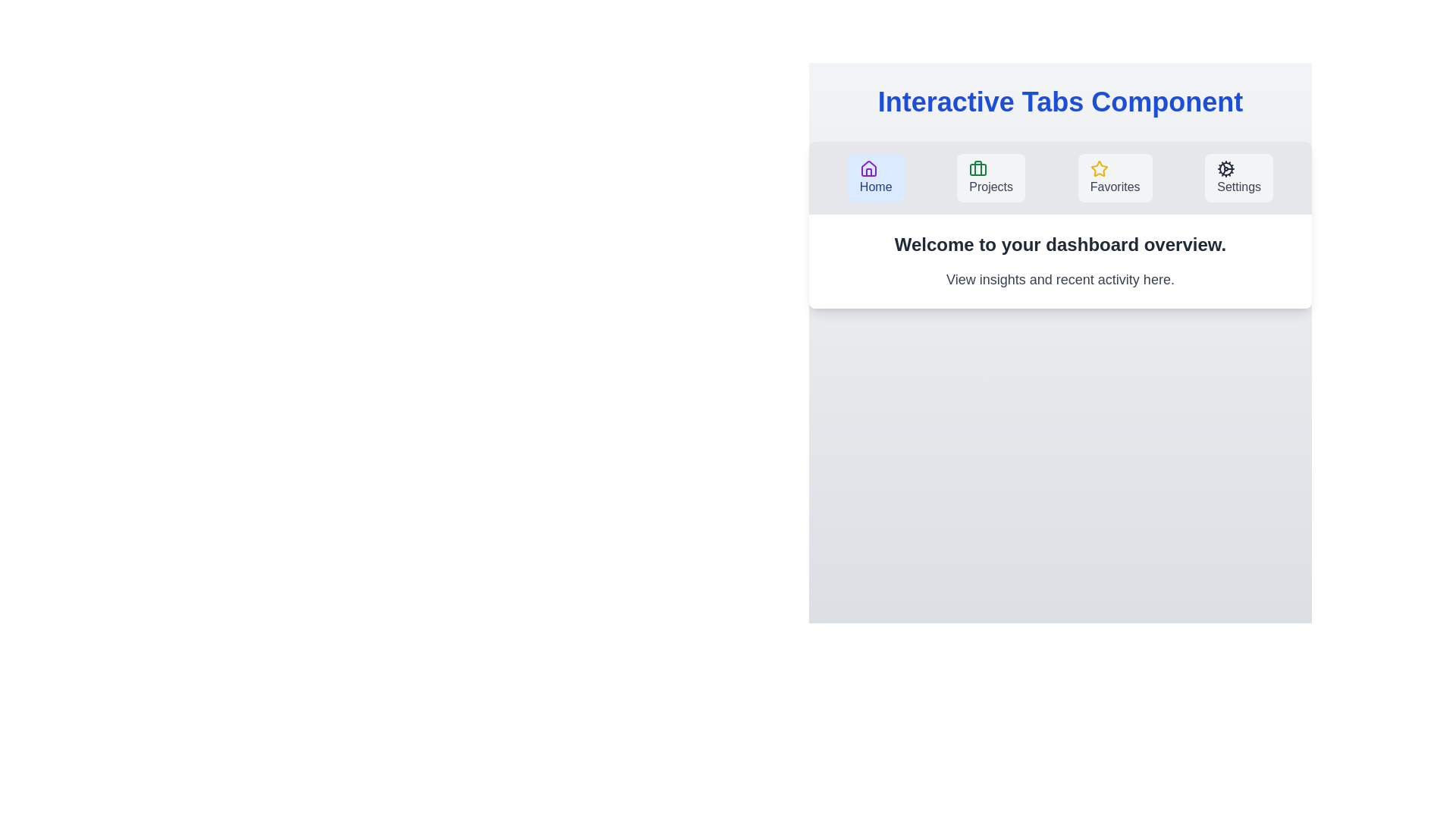 This screenshot has height=819, width=1456. What do you see at coordinates (868, 169) in the screenshot?
I see `the icon corresponding to the Home tab` at bounding box center [868, 169].